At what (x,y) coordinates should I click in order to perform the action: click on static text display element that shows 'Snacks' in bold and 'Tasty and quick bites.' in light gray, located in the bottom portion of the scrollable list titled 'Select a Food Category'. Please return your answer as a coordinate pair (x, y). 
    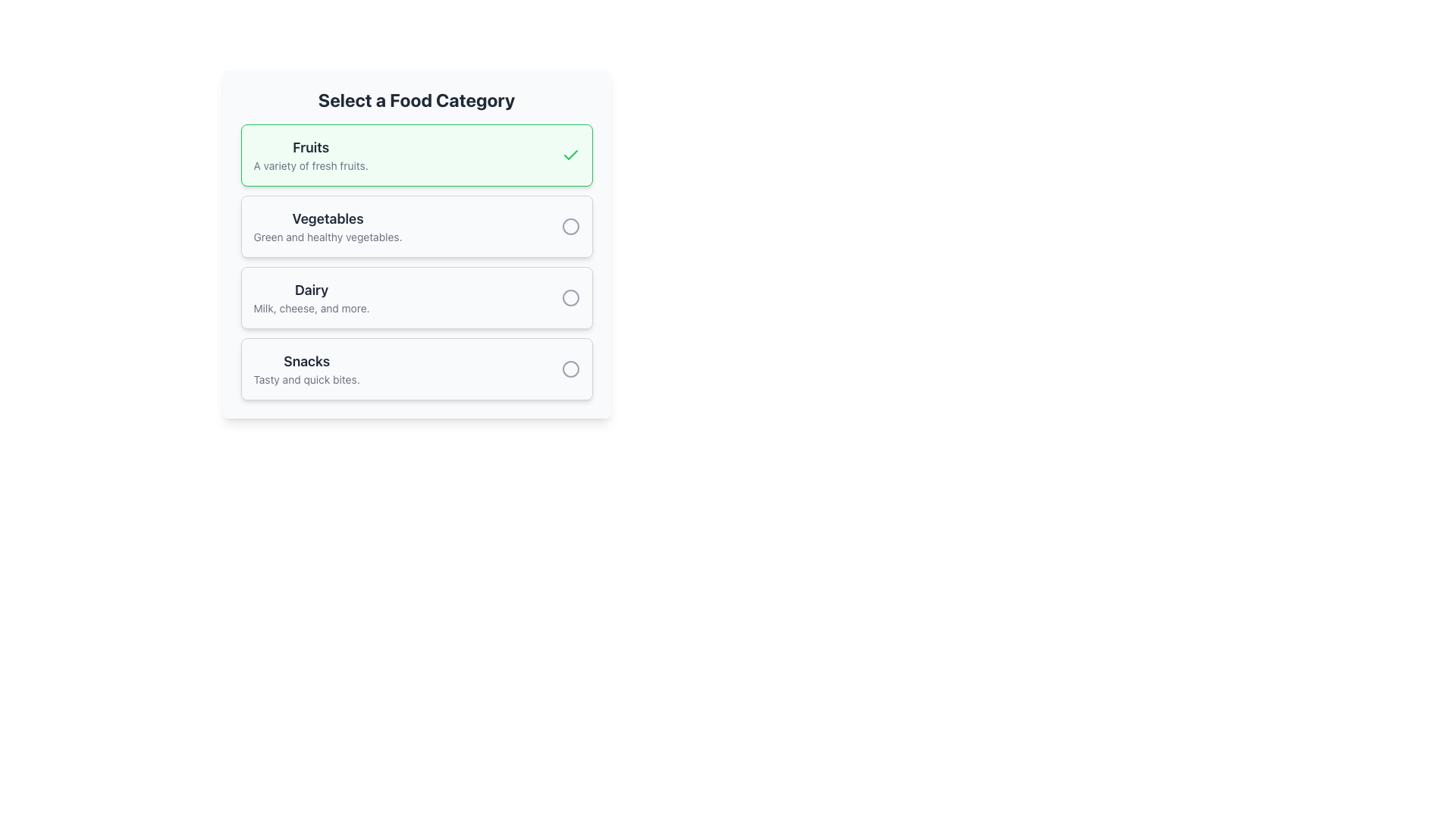
    Looking at the image, I should click on (306, 369).